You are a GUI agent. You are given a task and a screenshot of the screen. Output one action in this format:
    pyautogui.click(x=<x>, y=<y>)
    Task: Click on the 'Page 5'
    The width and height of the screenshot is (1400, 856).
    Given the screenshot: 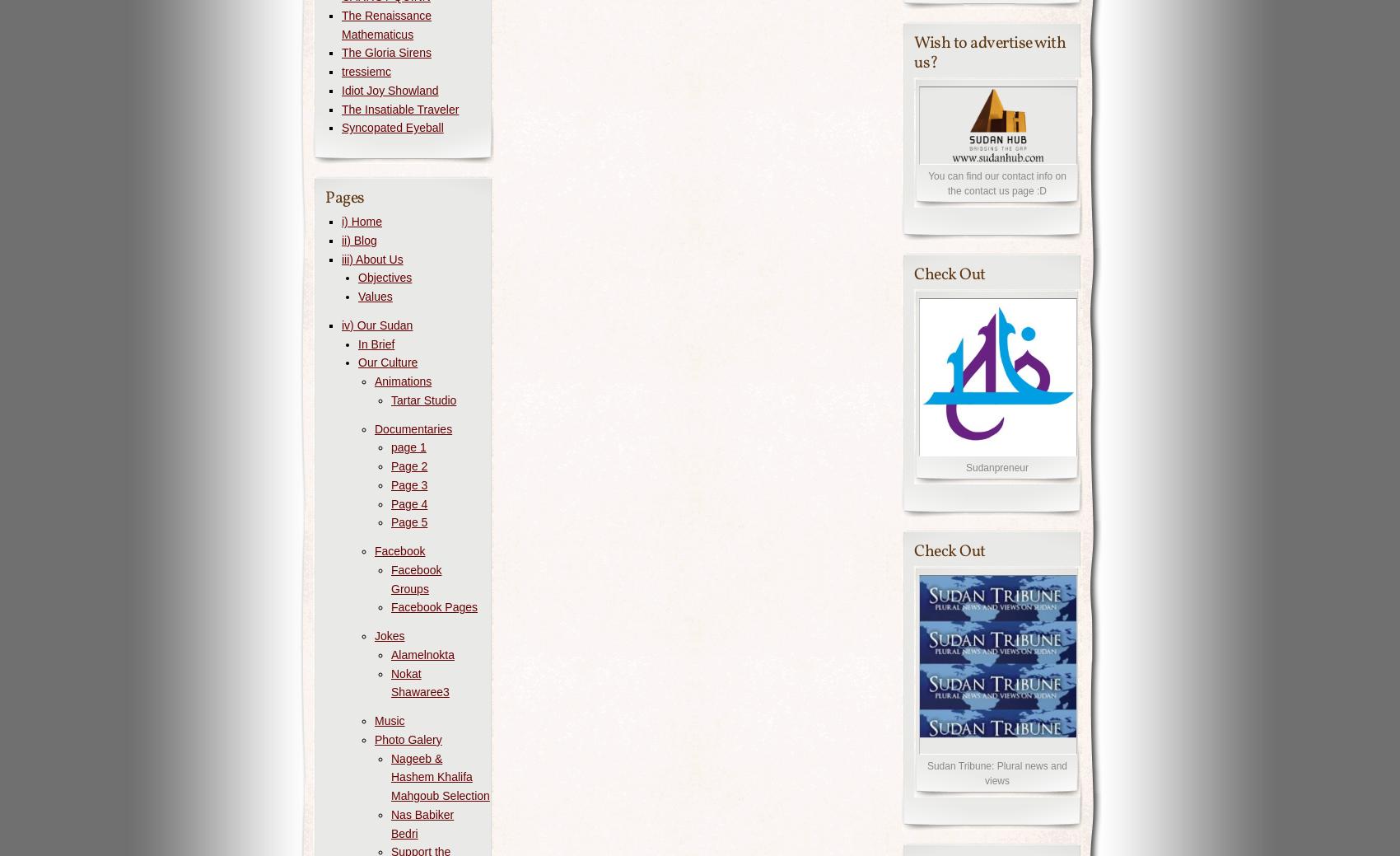 What is the action you would take?
    pyautogui.click(x=409, y=522)
    